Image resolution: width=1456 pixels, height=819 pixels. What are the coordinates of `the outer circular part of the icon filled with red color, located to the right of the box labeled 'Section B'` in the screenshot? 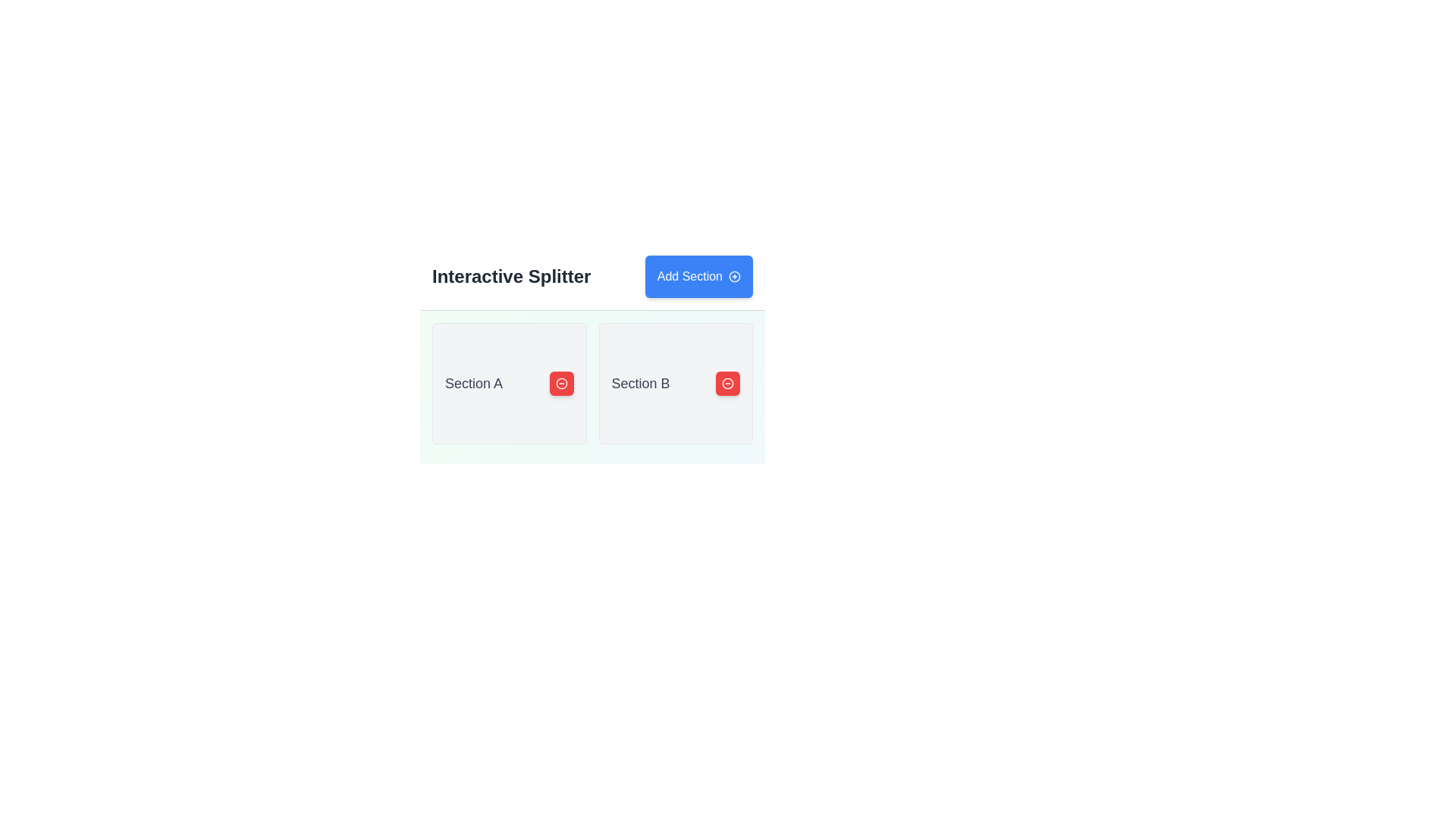 It's located at (560, 382).